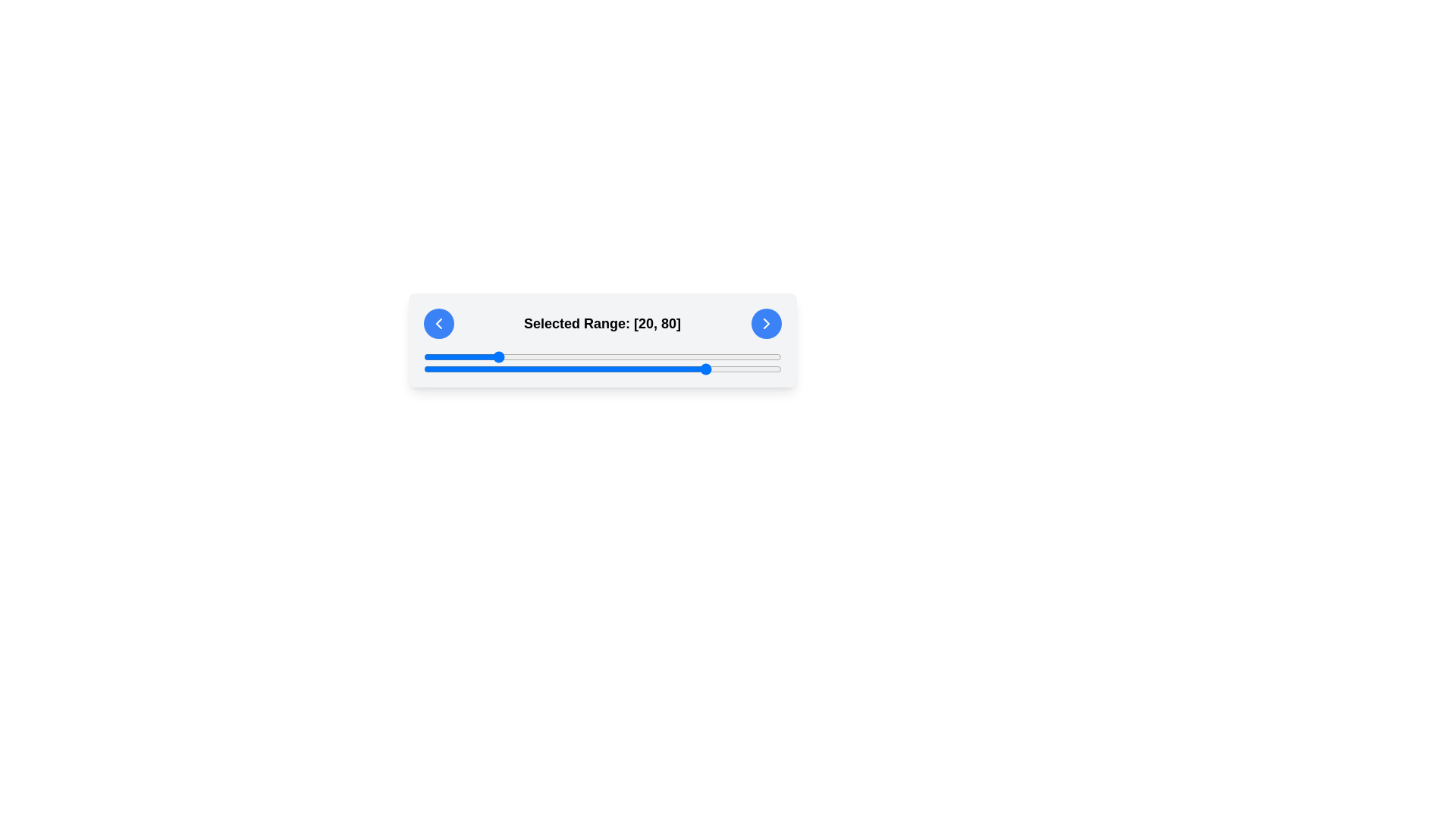 The image size is (1456, 819). What do you see at coordinates (545, 369) in the screenshot?
I see `the slider` at bounding box center [545, 369].